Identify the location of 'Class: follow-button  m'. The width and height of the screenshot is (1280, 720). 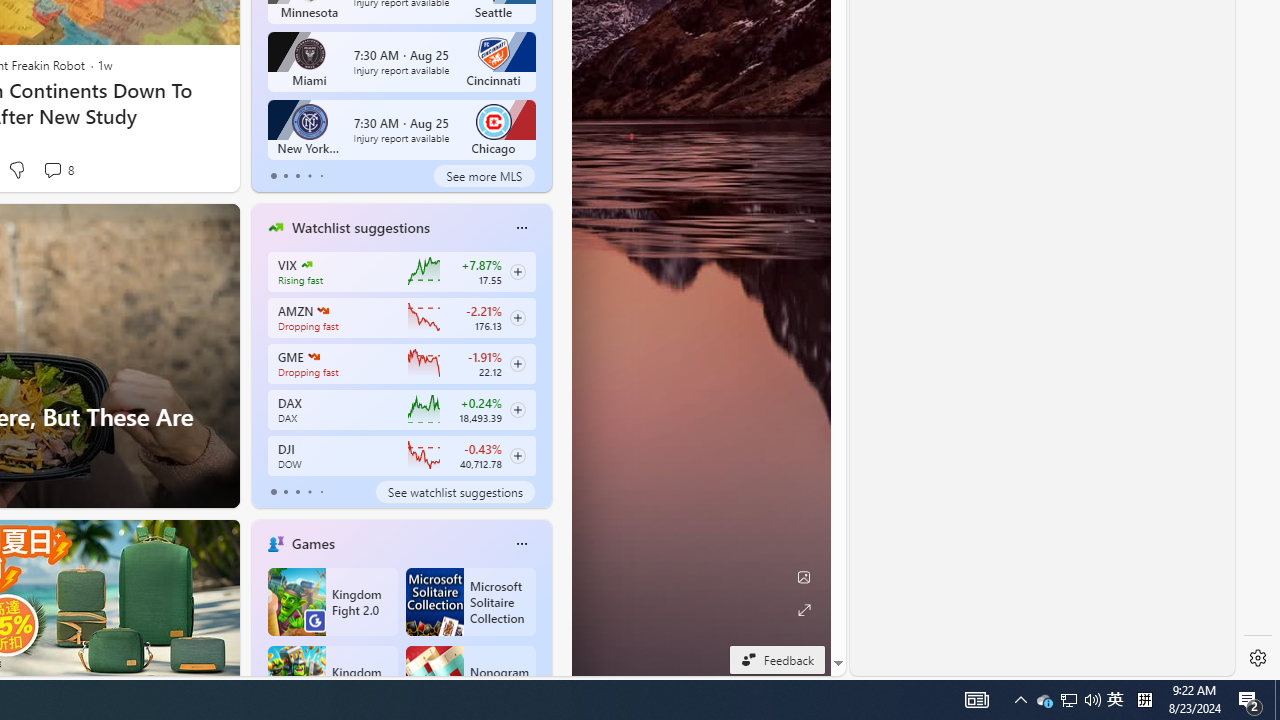
(517, 455).